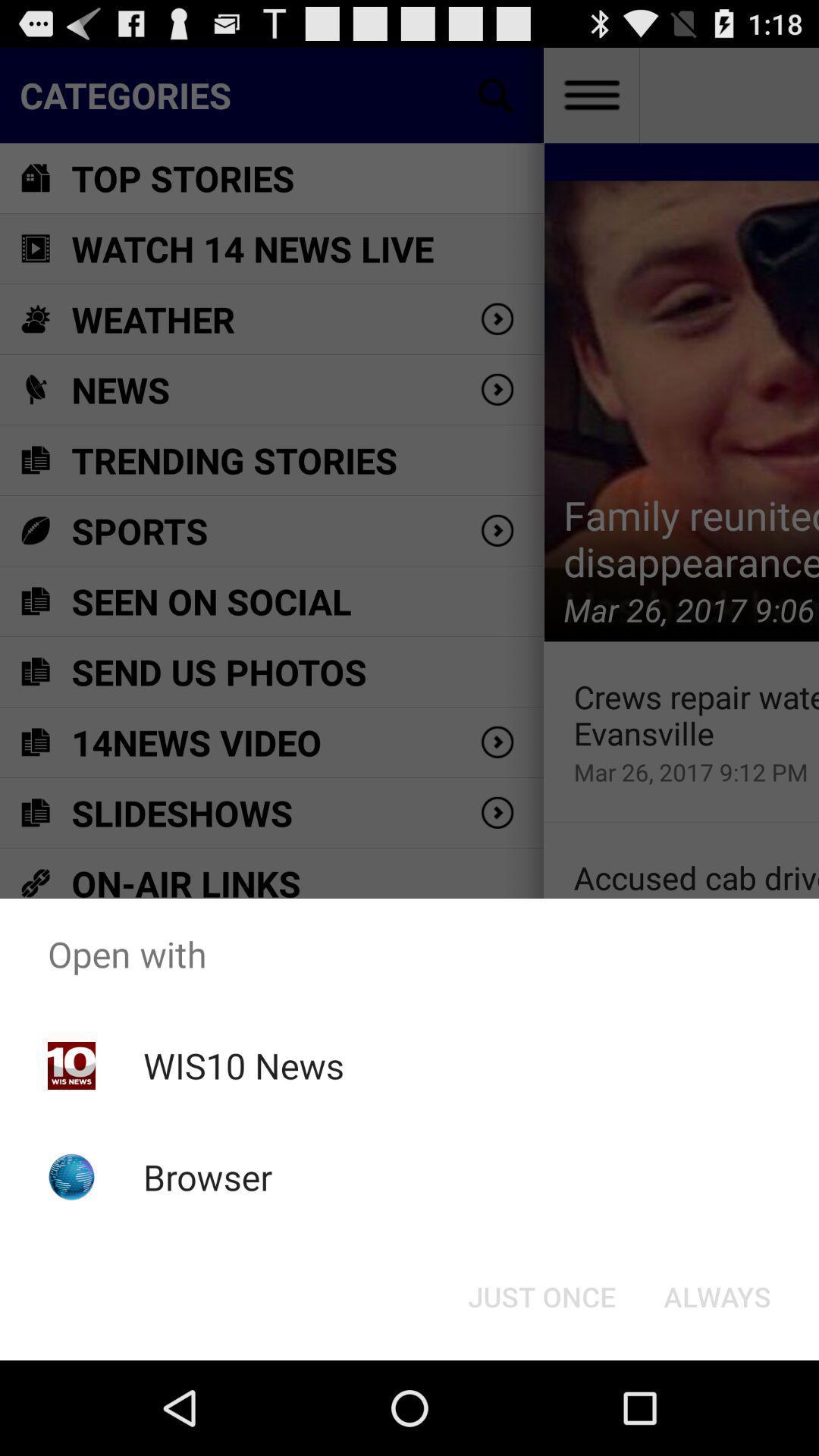  What do you see at coordinates (717, 1295) in the screenshot?
I see `always` at bounding box center [717, 1295].